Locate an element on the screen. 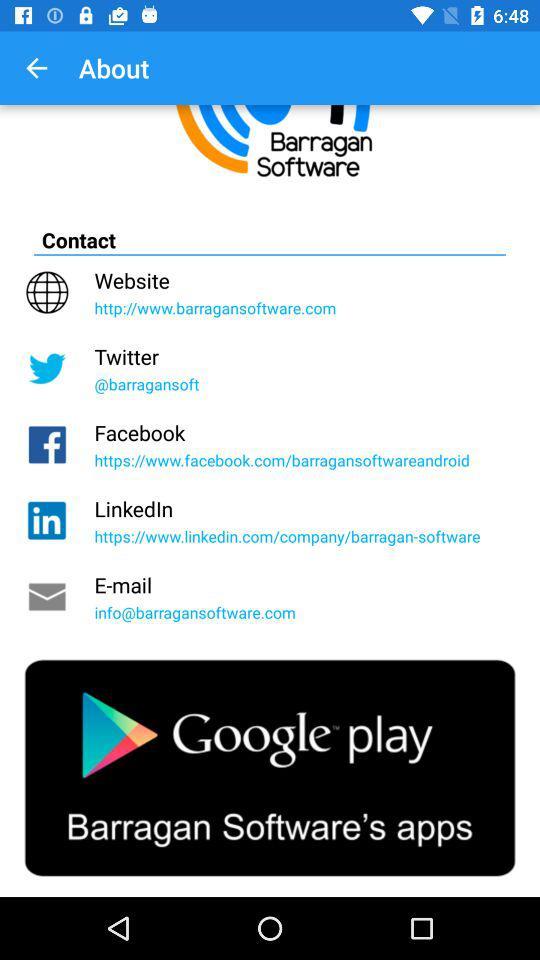 This screenshot has height=960, width=540. icon next to the about icon is located at coordinates (36, 68).